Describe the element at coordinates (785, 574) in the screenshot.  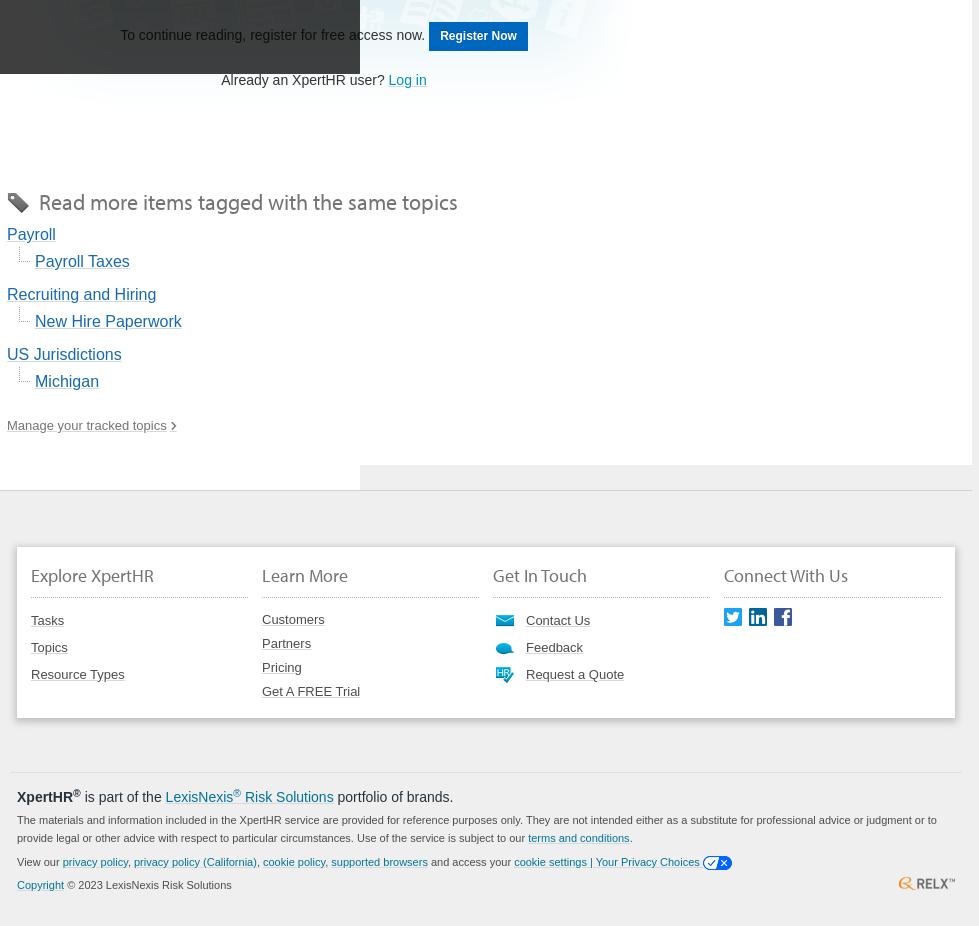
I see `'Connect With Us'` at that location.